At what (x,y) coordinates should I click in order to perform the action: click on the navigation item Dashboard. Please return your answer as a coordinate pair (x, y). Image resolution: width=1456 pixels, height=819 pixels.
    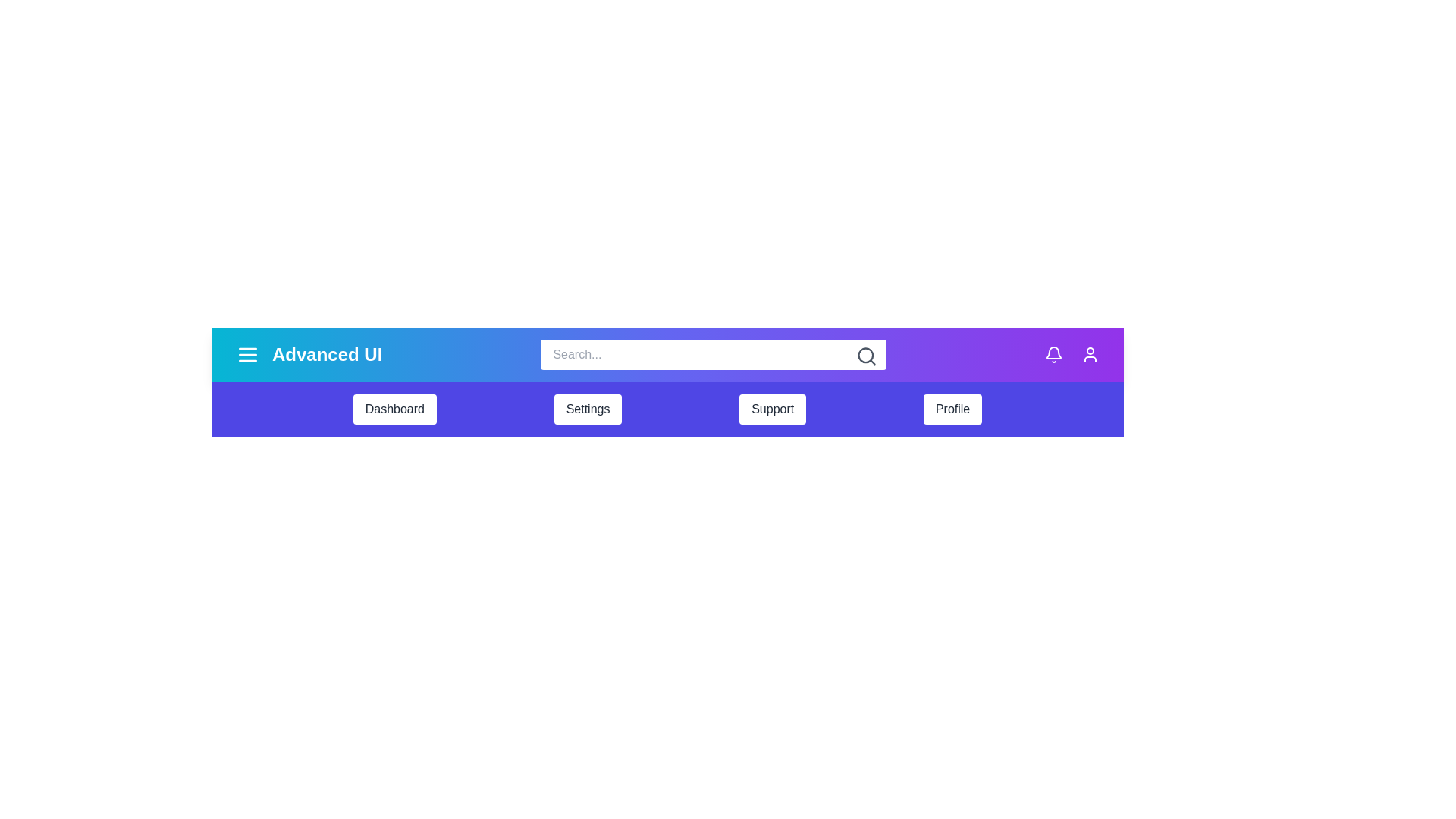
    Looking at the image, I should click on (394, 409).